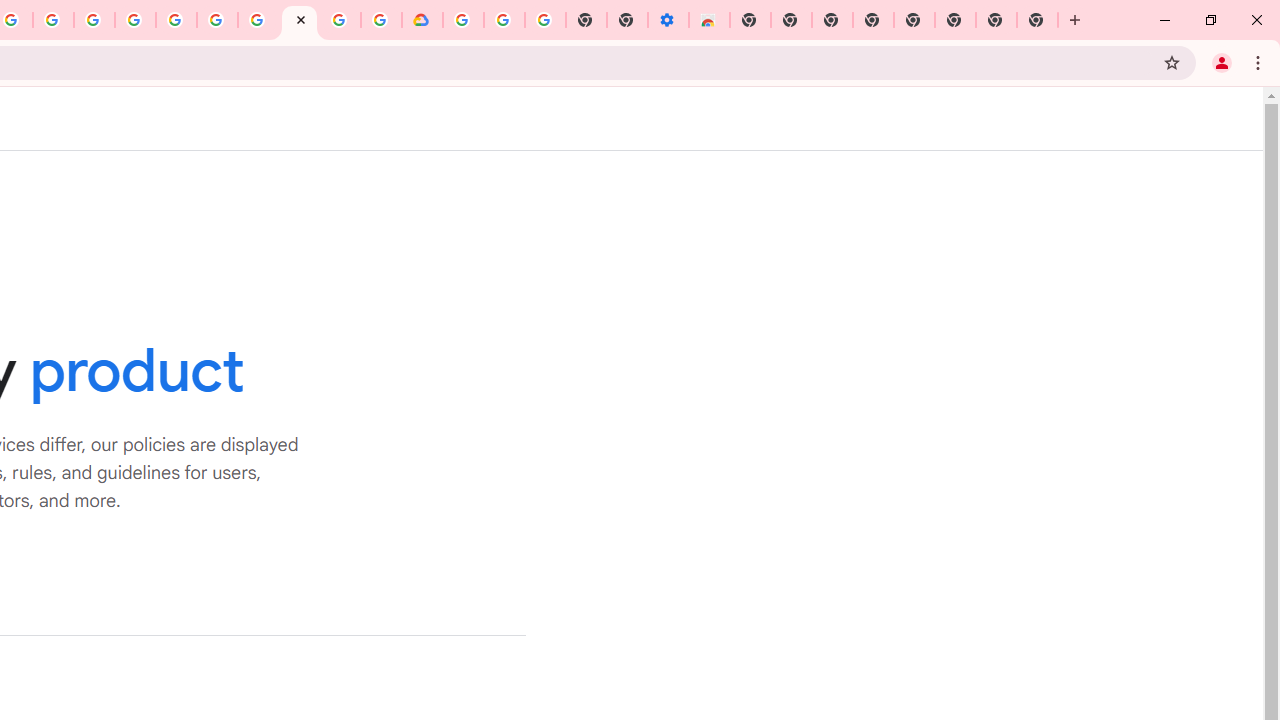 The image size is (1280, 720). I want to click on 'Settings - Accessibility', so click(668, 20).